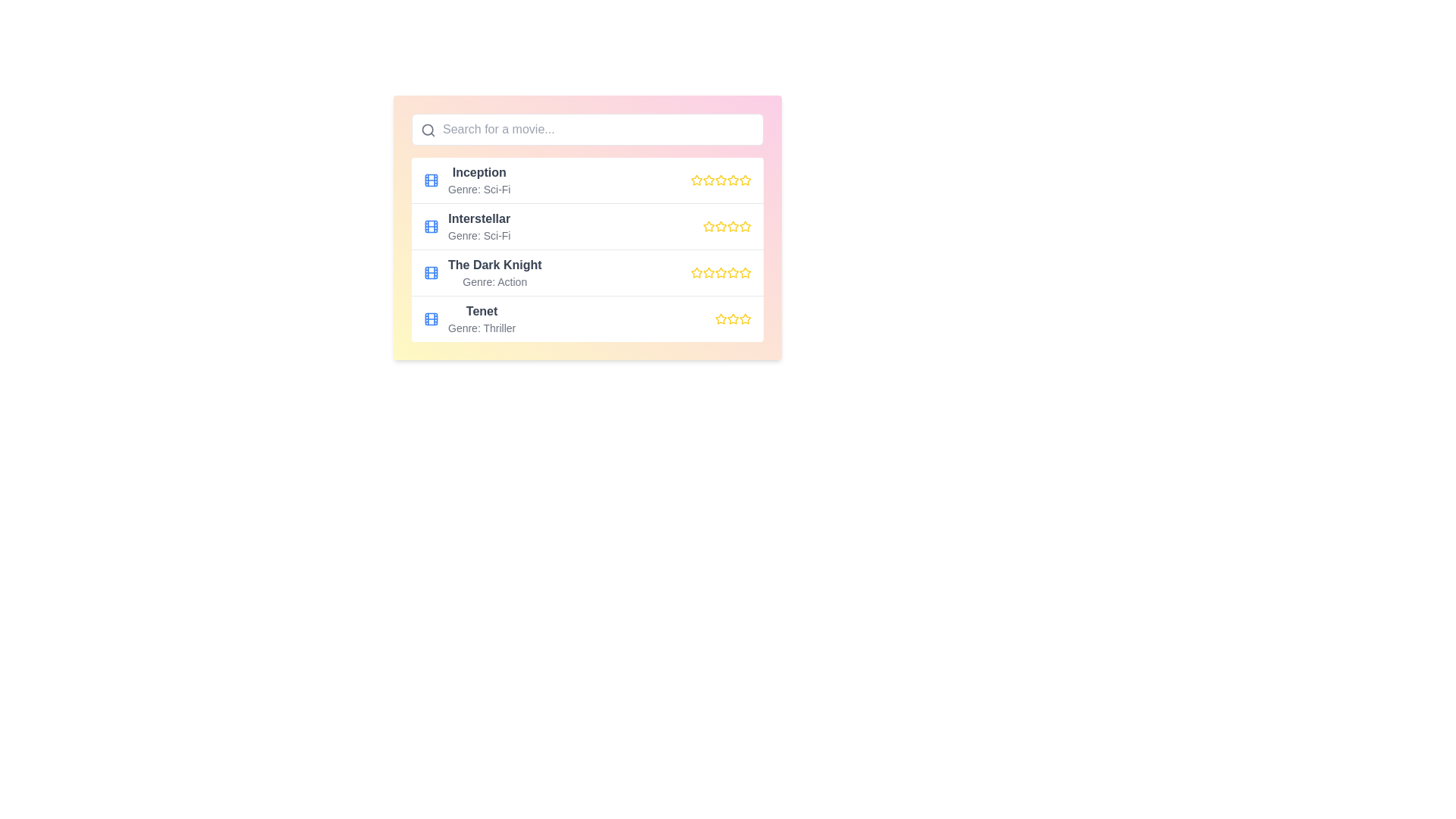 The image size is (1456, 819). Describe the element at coordinates (733, 271) in the screenshot. I see `the third yellow star icon in the rating system for 'The Dark Knight' movie` at that location.